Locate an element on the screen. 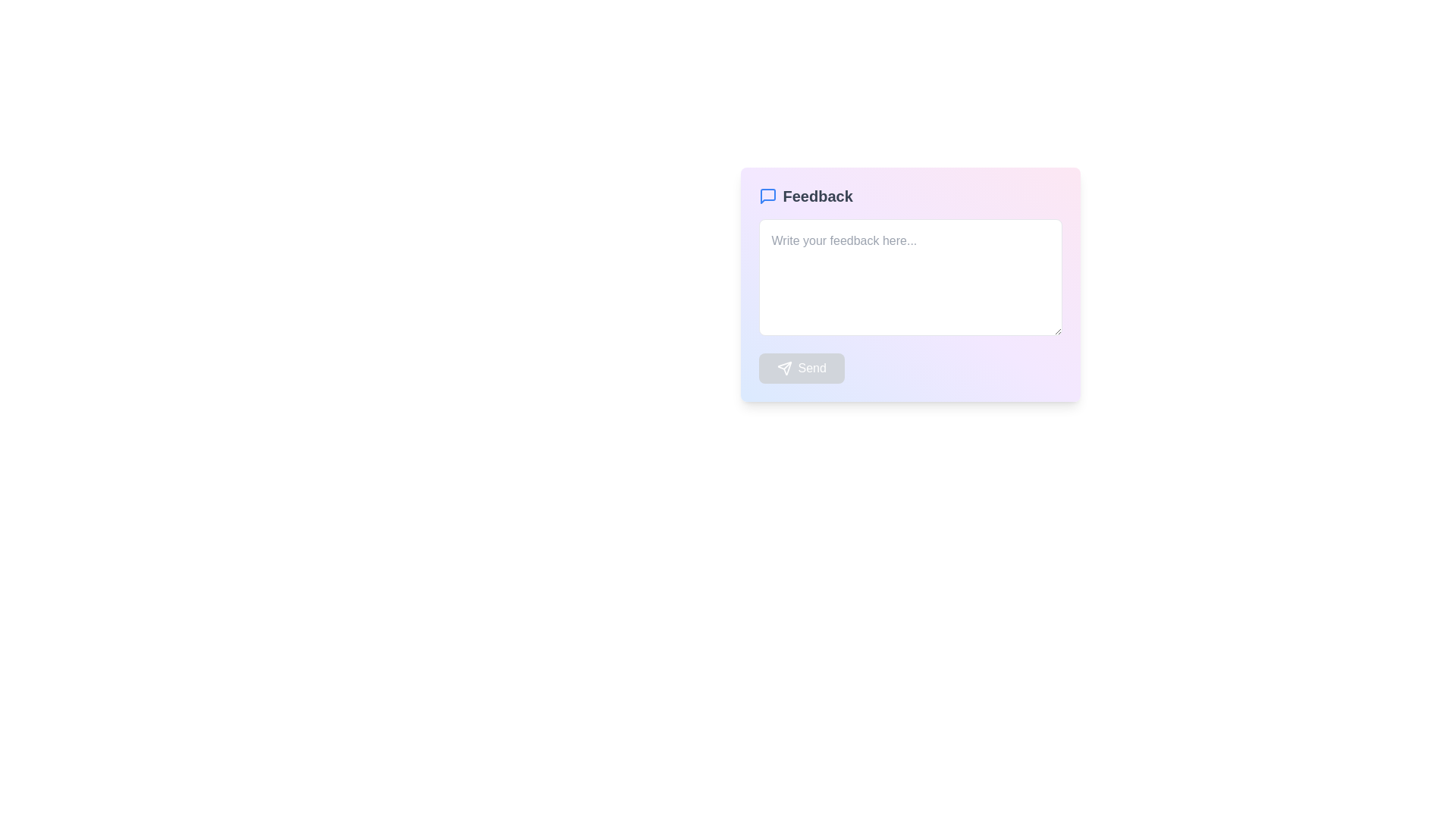 Image resolution: width=1456 pixels, height=819 pixels. the context of the rectangular icon with a speech bubble in a bold blue outline, located to the left of the 'Feedback' label is located at coordinates (767, 195).